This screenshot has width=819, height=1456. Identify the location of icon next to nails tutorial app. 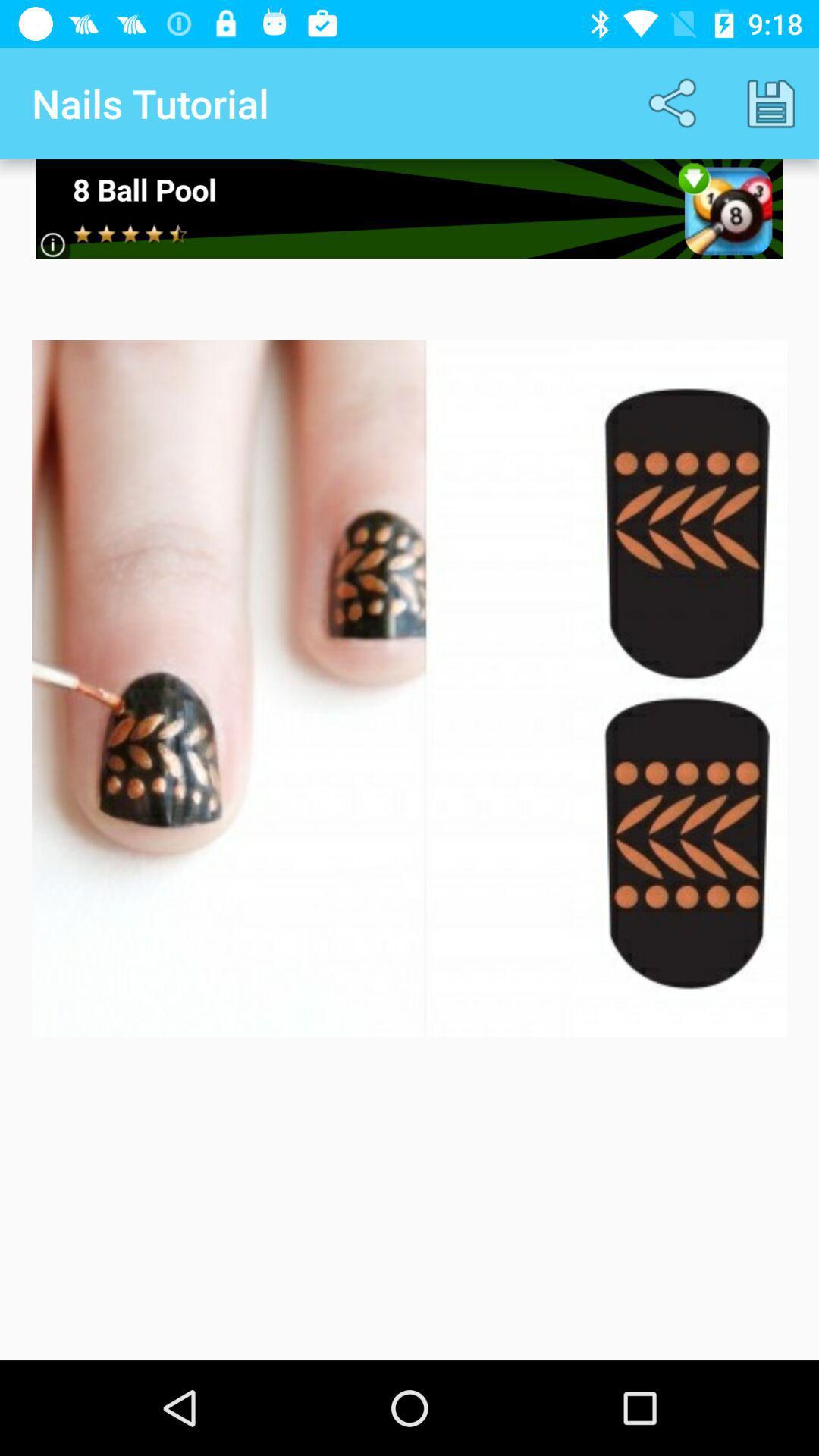
(675, 102).